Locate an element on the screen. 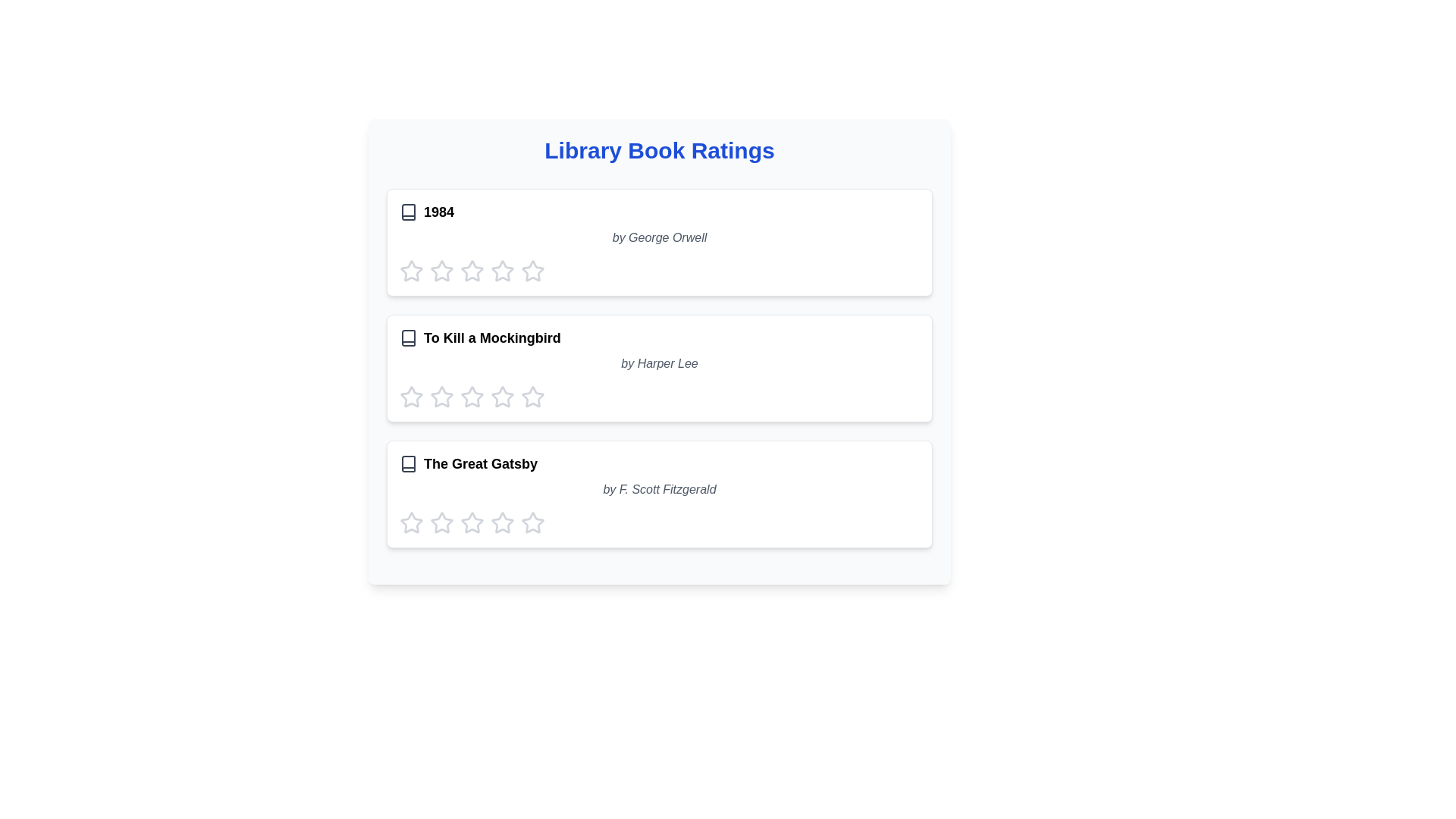  the third star icon in the rating row for 'To Kill a Mockingbird' is located at coordinates (532, 396).